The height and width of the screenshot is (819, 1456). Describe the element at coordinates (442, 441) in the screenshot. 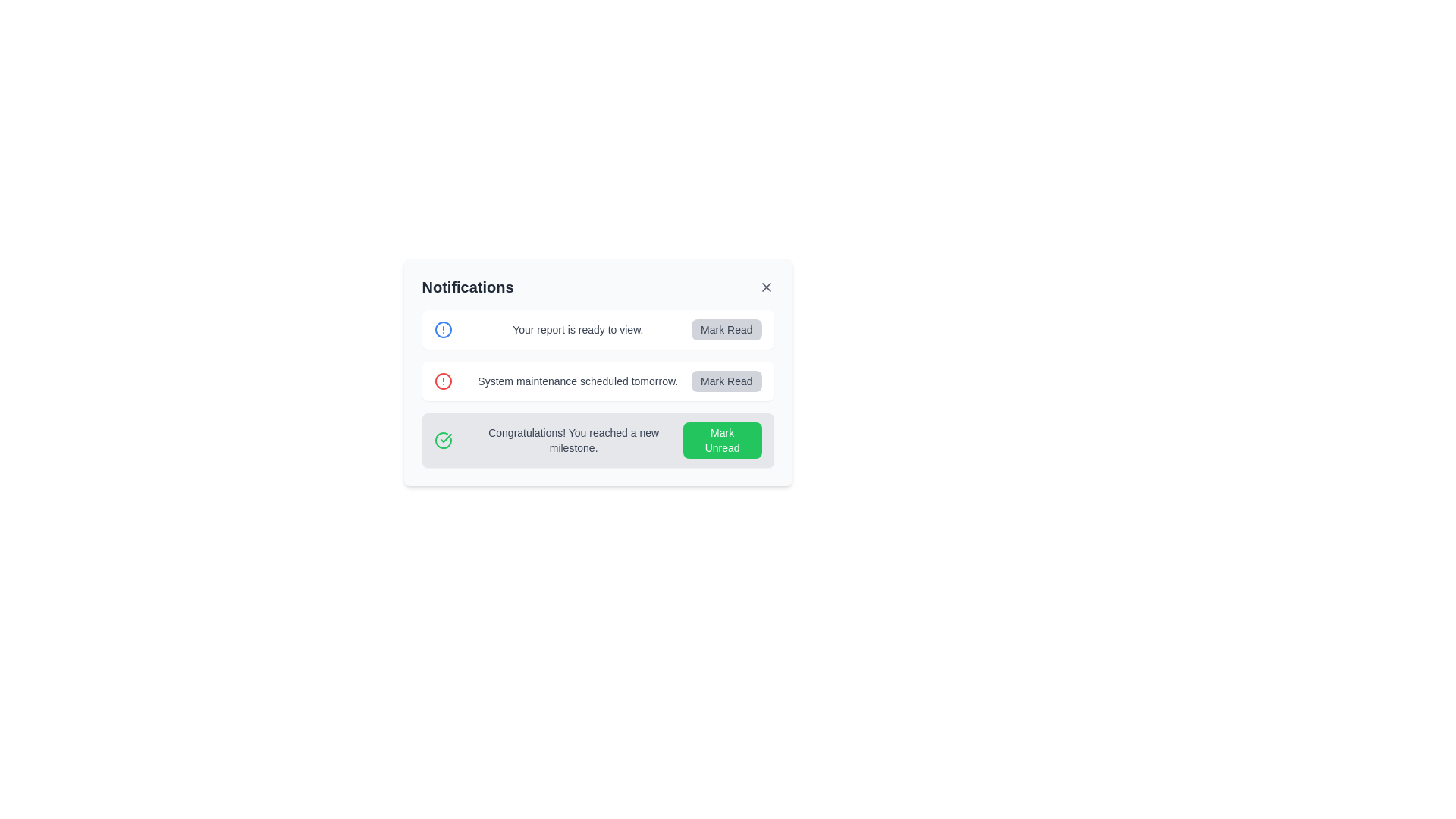

I see `the green checkmark icon within the notification indicating success, located to the left of the 'Mark Unread' button` at that location.